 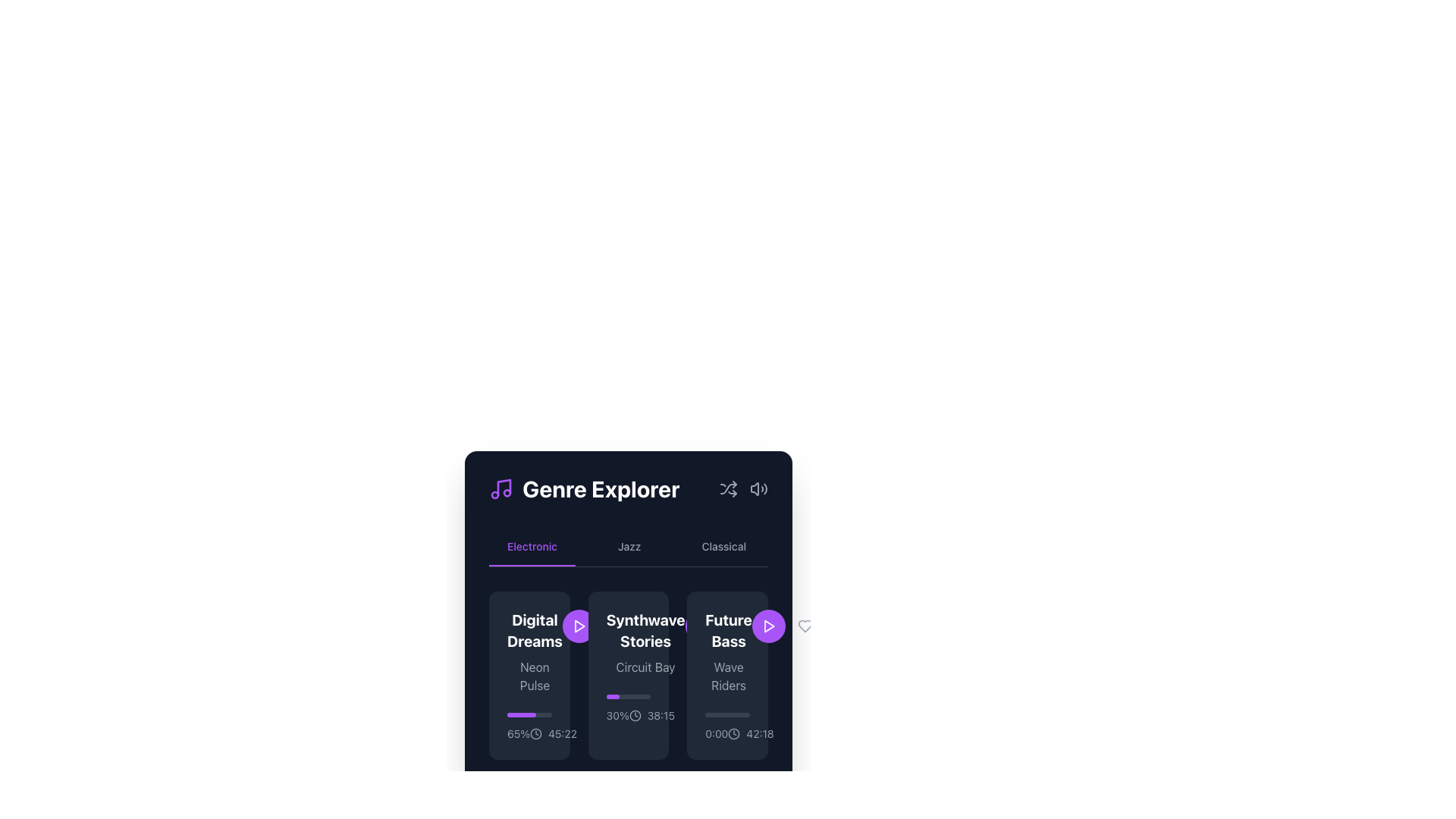 What do you see at coordinates (726, 714) in the screenshot?
I see `the progress bar representing the playback progress of the 'Future Bass' track, located directly underneath the title 'Wave Riders.'` at bounding box center [726, 714].